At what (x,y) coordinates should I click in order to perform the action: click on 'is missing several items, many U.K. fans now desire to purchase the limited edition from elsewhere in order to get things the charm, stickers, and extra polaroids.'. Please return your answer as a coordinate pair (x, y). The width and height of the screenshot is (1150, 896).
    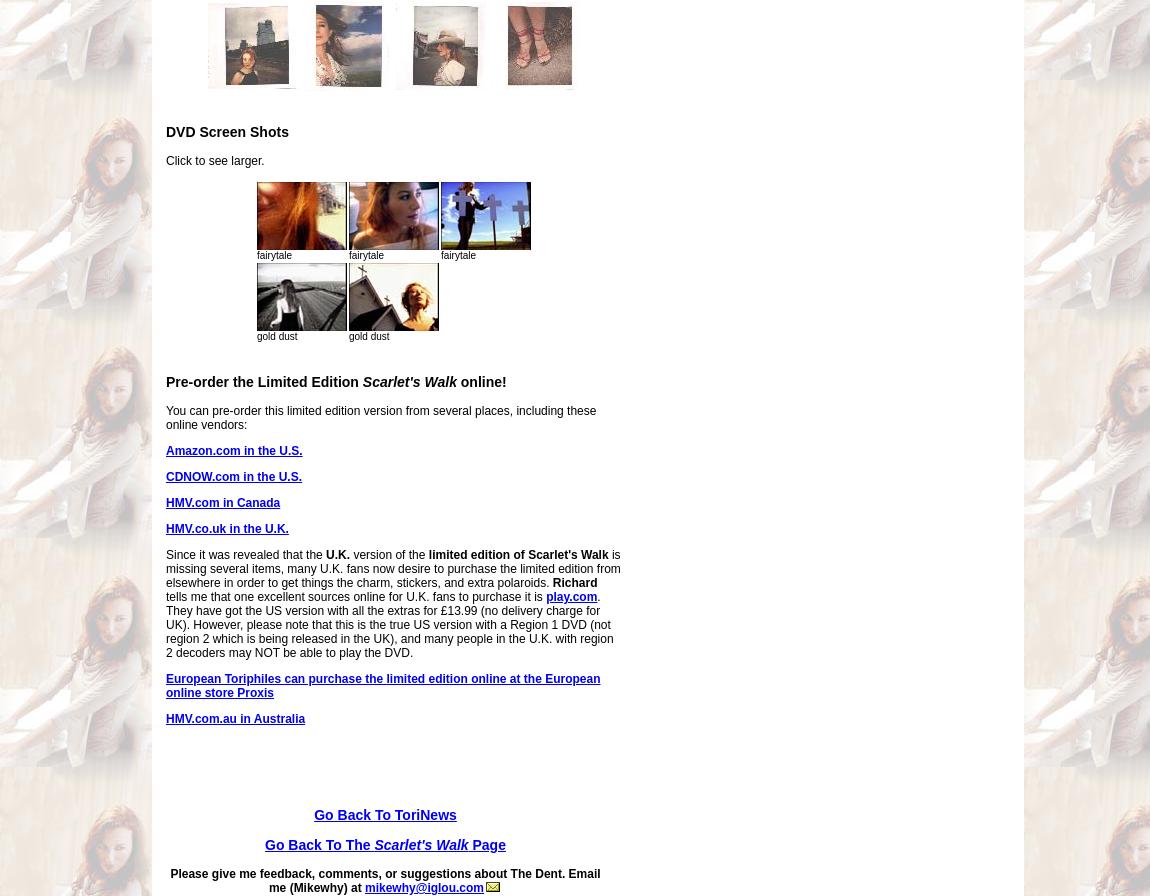
    Looking at the image, I should click on (164, 568).